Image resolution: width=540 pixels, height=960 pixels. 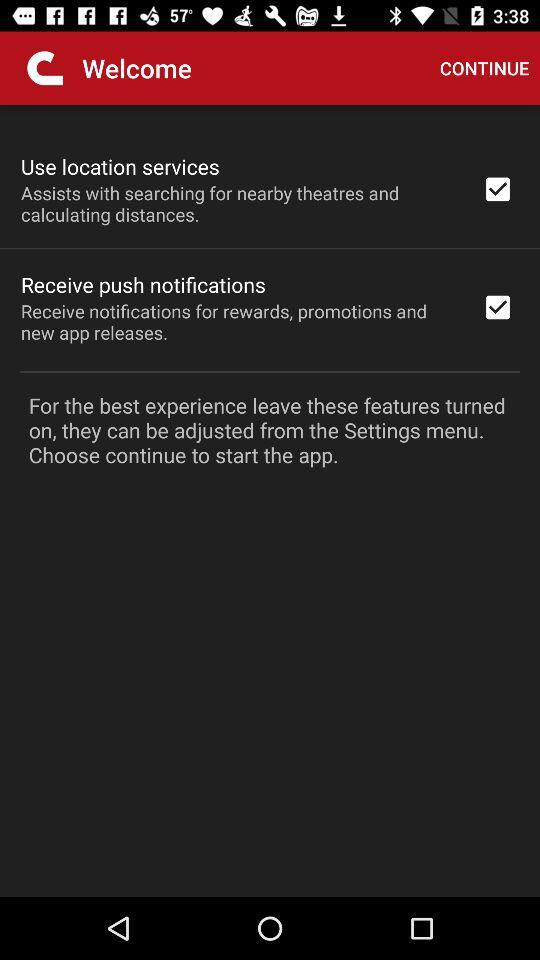 What do you see at coordinates (238, 203) in the screenshot?
I see `the item below the use location services icon` at bounding box center [238, 203].